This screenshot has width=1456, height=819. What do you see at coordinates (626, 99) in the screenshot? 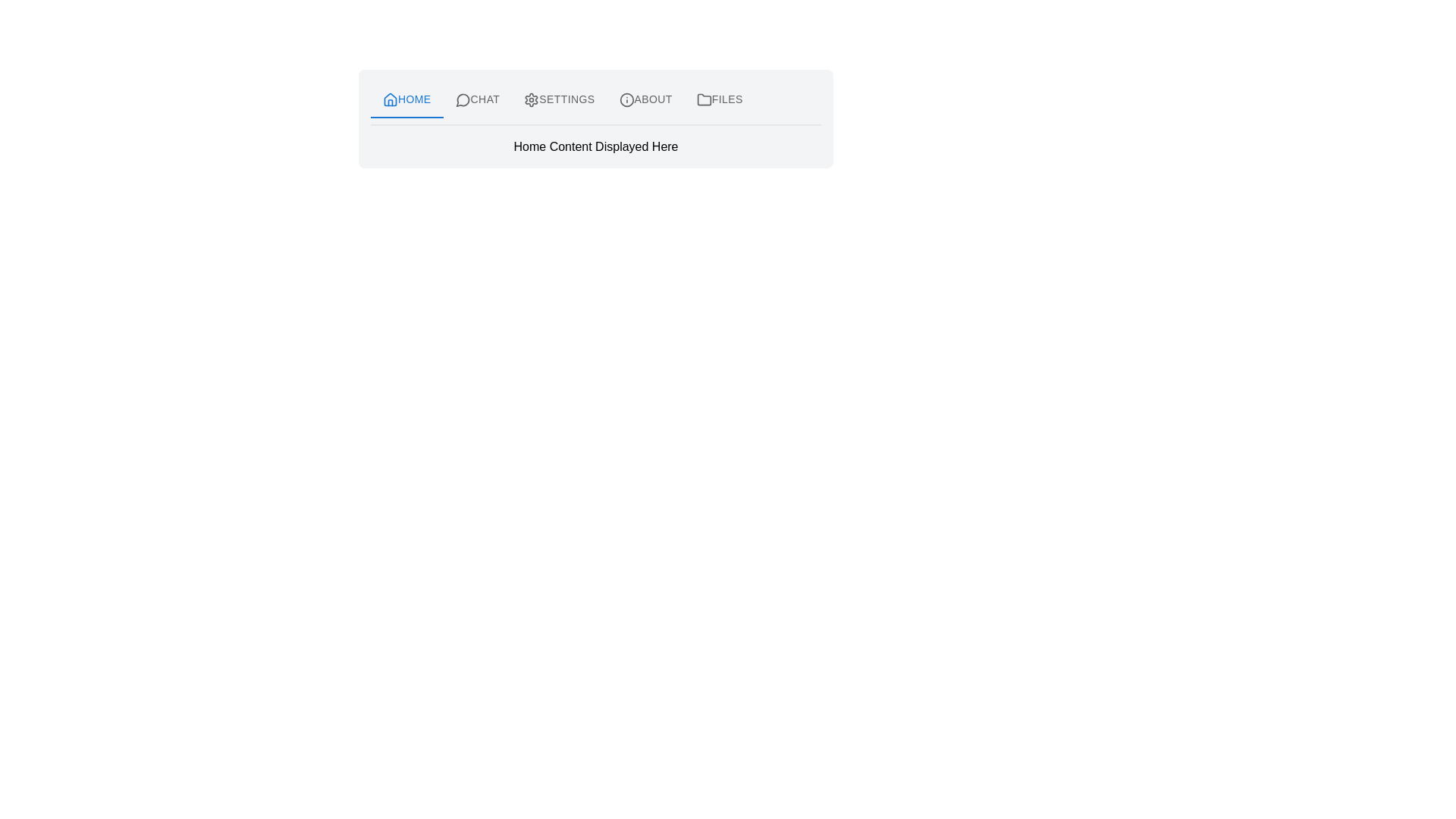
I see `the information icon, which is a circular outline with an 'i' symbol in the center, located in the navigation bar next to the 'About' text` at bounding box center [626, 99].